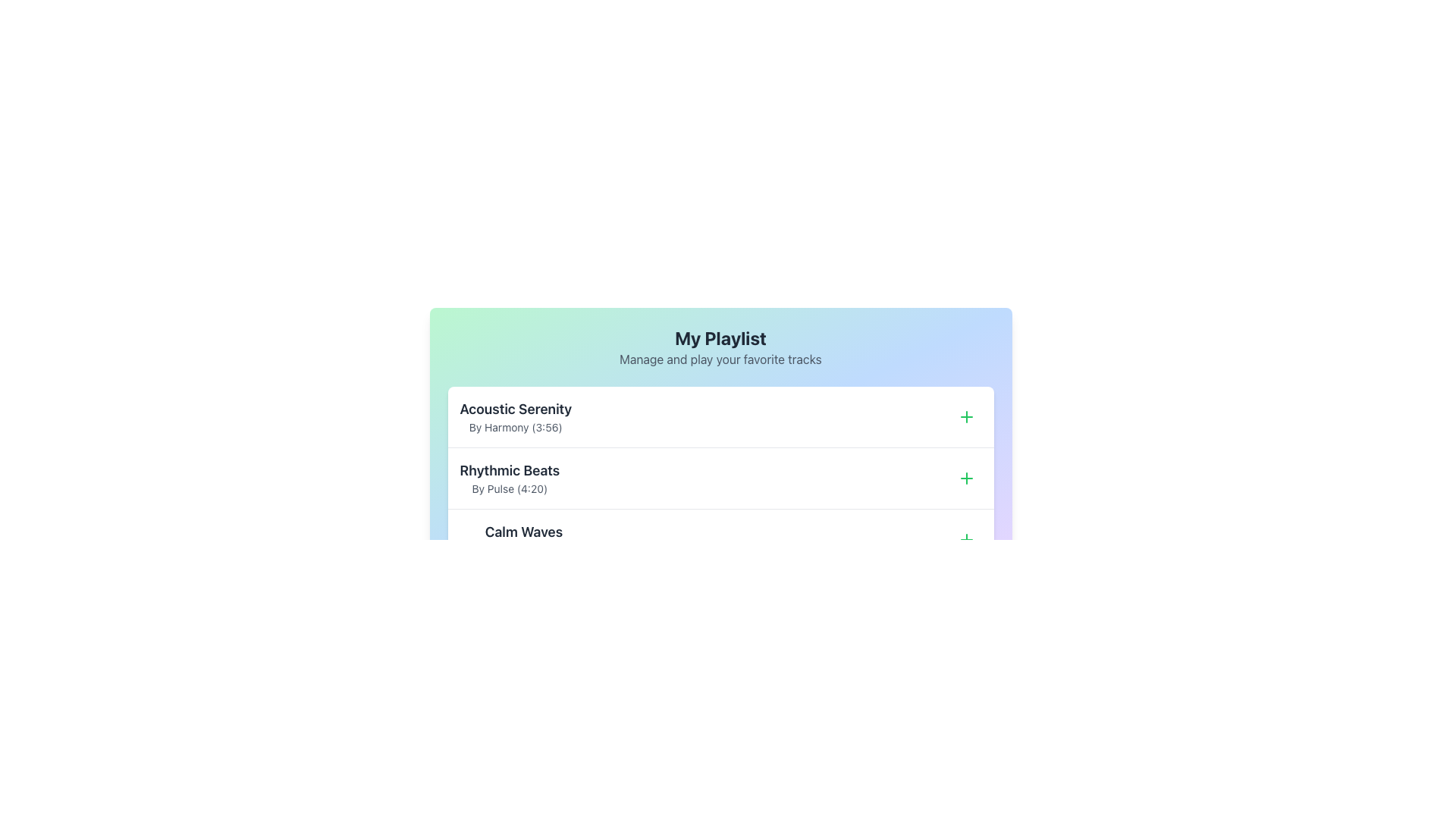  Describe the element at coordinates (510, 488) in the screenshot. I see `the text element displaying 'By Pulse (4:20)', which is styled in a smaller font size and gray color, located directly below the title 'Rhythmic Beats'` at that location.